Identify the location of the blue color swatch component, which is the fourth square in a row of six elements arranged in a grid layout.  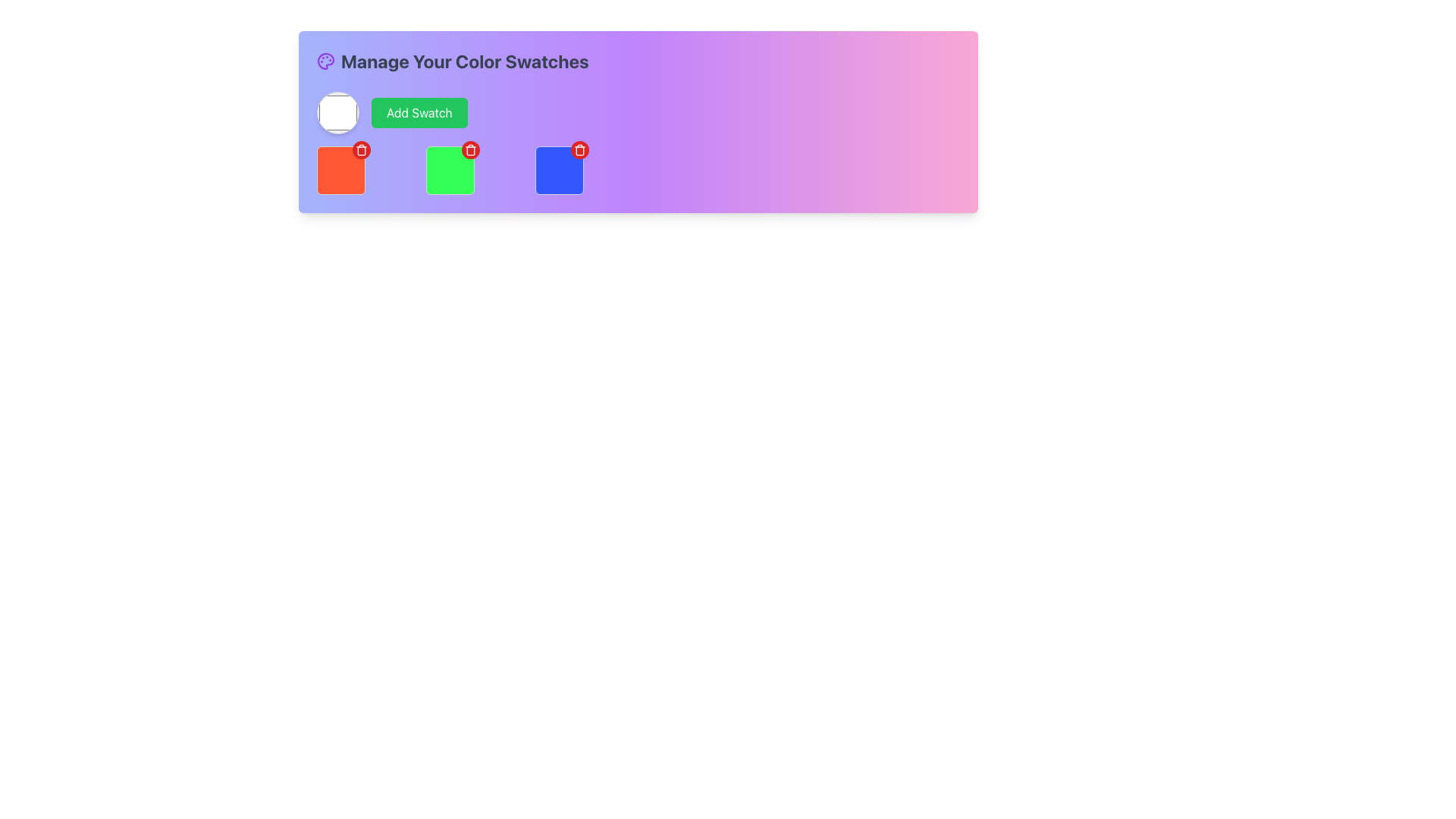
(559, 170).